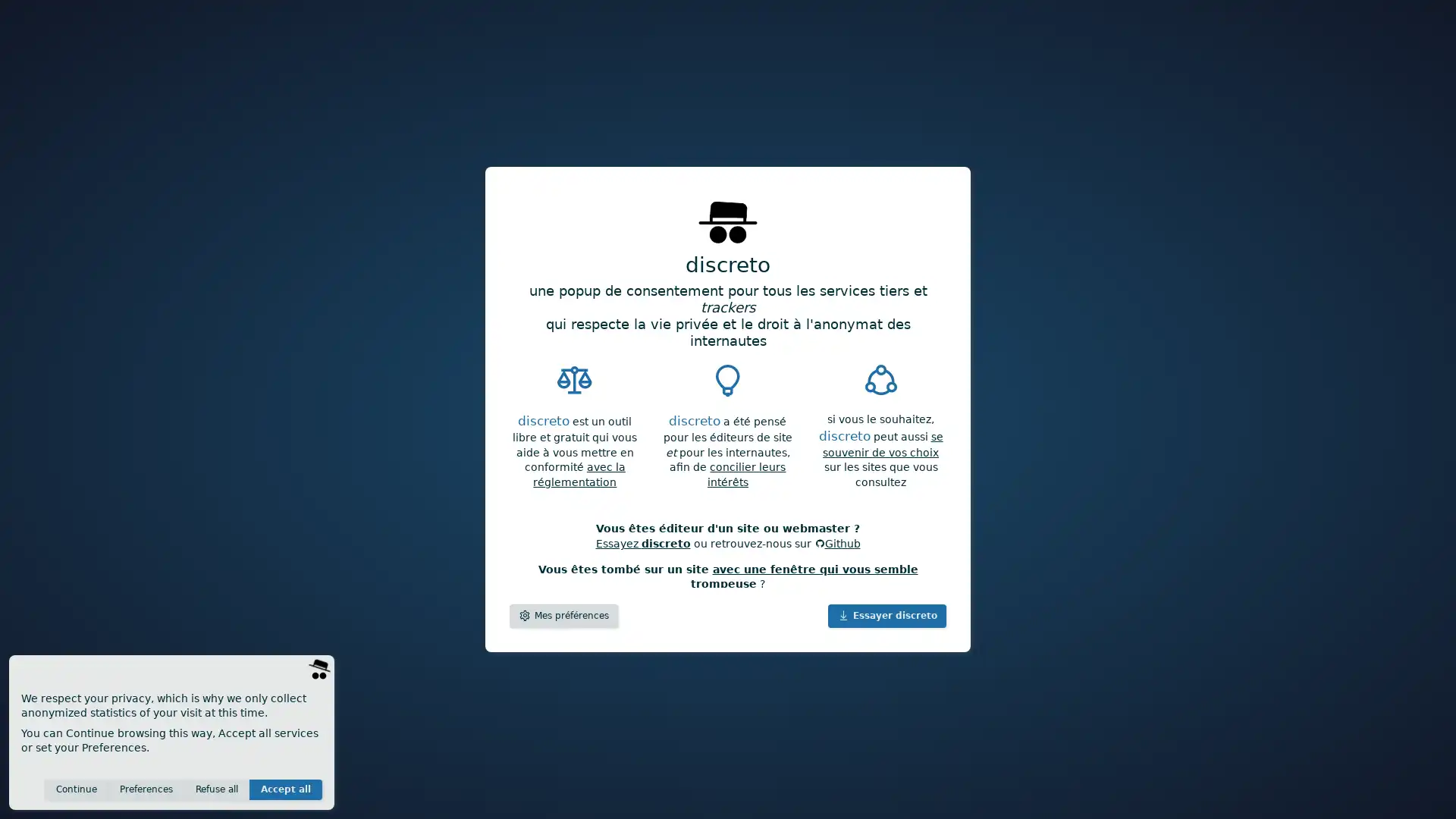  I want to click on Refuse all, so click(216, 789).